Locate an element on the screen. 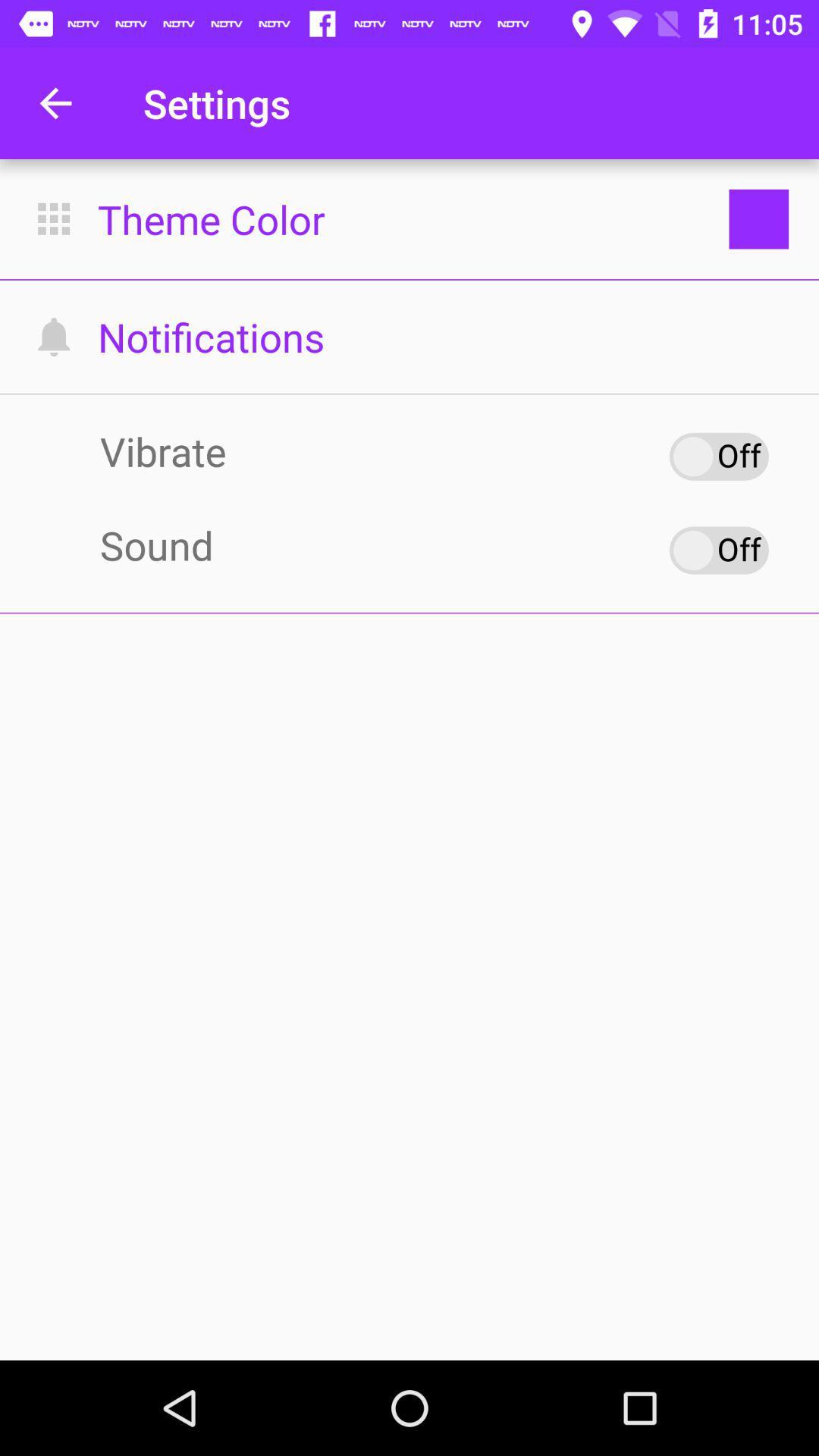  vibrate option is located at coordinates (718, 456).